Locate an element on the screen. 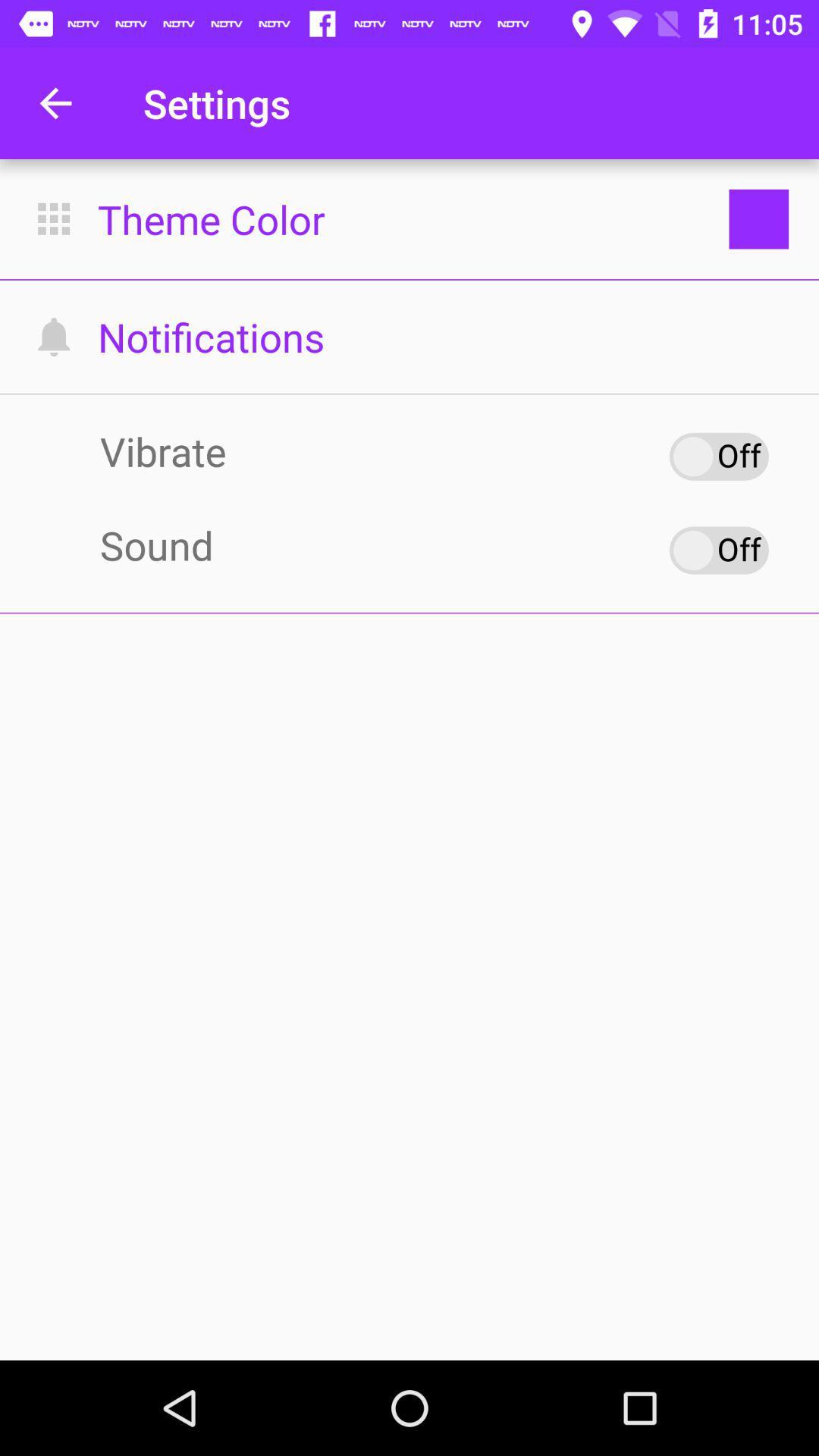  vibrate option is located at coordinates (718, 456).